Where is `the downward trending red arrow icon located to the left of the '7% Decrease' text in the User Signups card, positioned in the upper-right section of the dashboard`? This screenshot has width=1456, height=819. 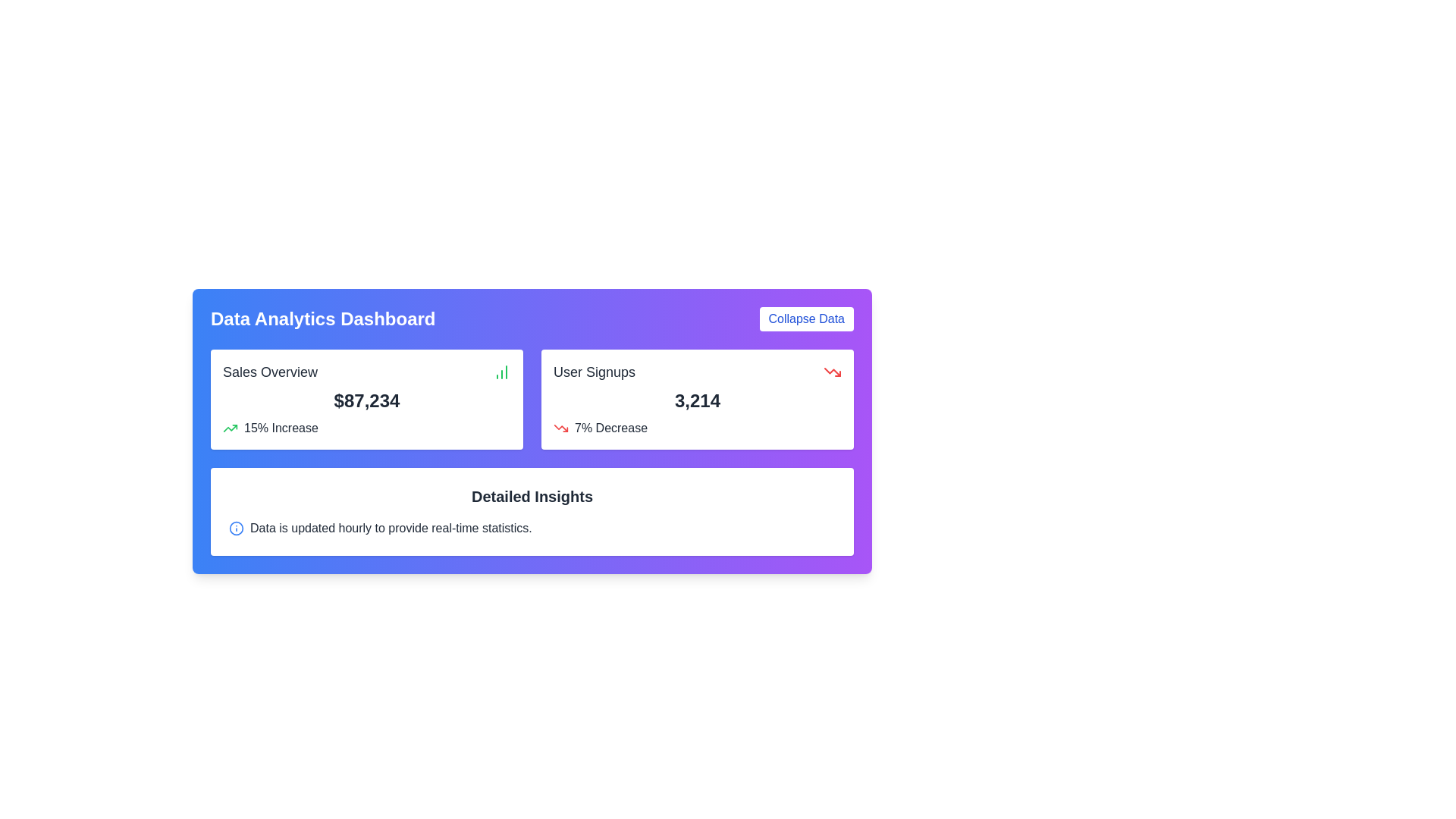 the downward trending red arrow icon located to the left of the '7% Decrease' text in the User Signups card, positioned in the upper-right section of the dashboard is located at coordinates (560, 428).